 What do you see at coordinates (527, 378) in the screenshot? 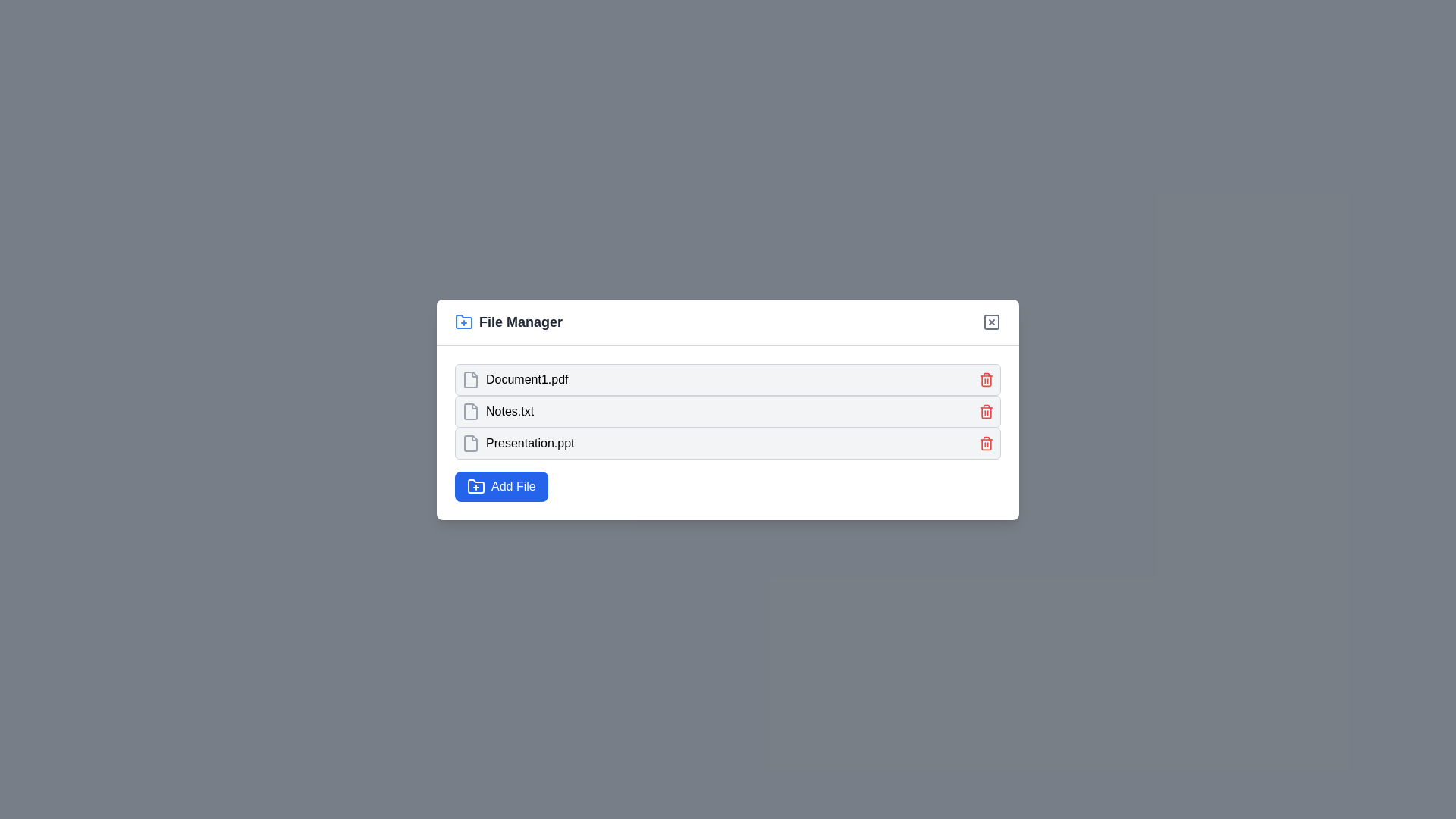
I see `on the file name display text label located in the 'File Manager' window, which is positioned above 'Notes.txt' and below the title 'File Manager'` at bounding box center [527, 378].